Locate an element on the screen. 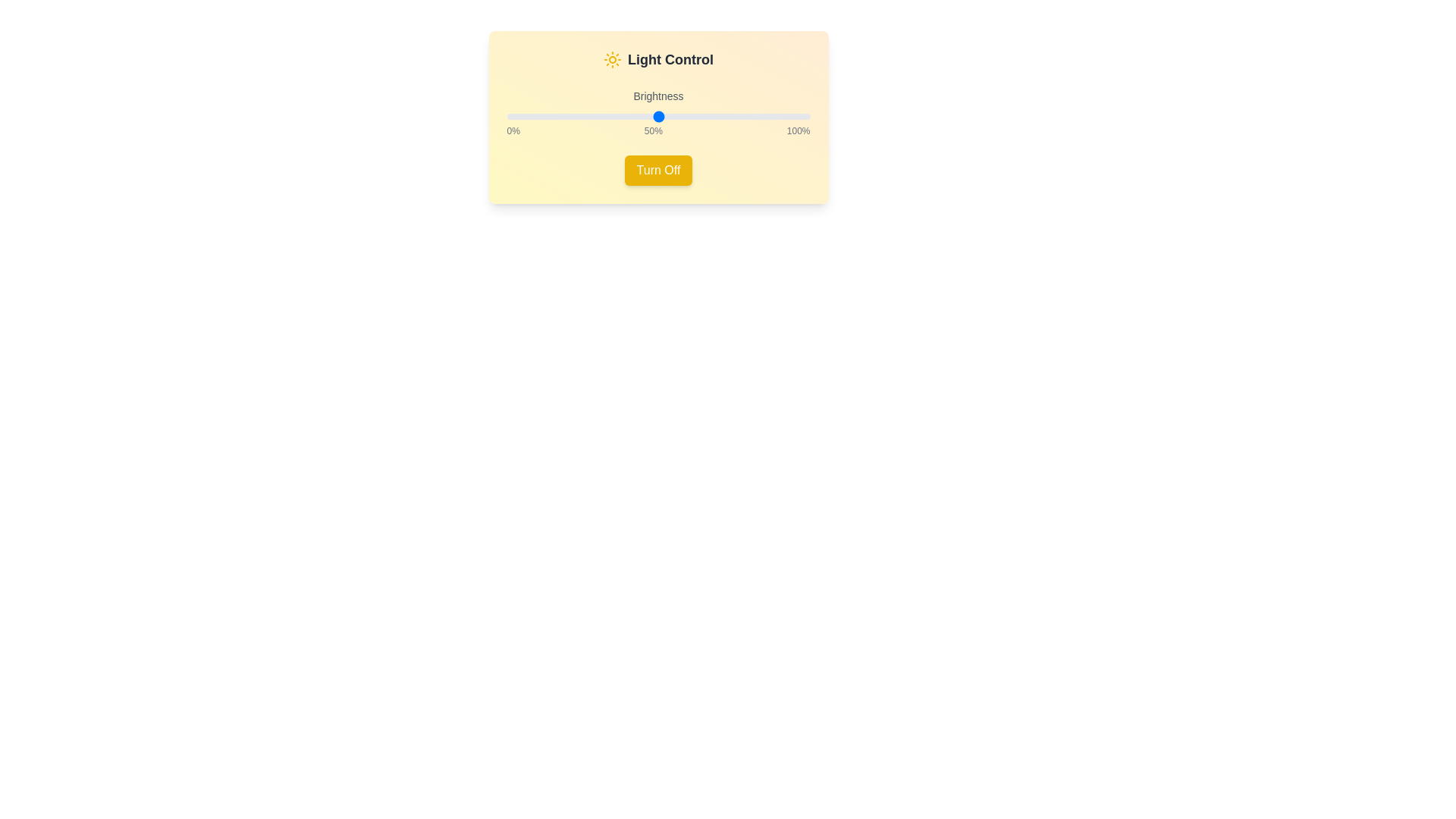 The image size is (1456, 819). the static text displaying '0%', '50%', and '100%' labels located below the brightness slider in the Brightness control section is located at coordinates (658, 130).